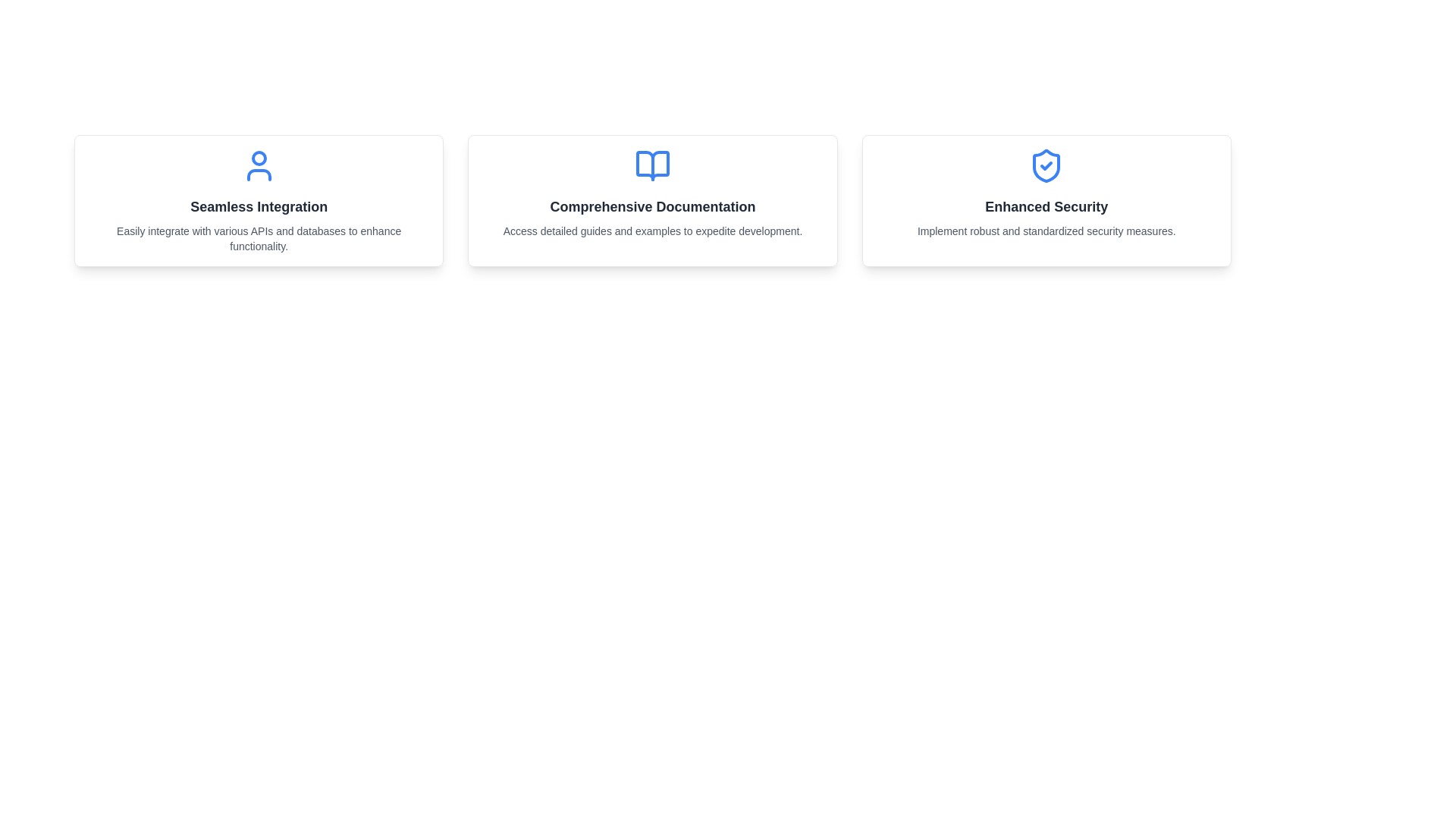 The image size is (1456, 819). I want to click on the user icon located in the first card above the text 'Seamless Integration', so click(259, 166).